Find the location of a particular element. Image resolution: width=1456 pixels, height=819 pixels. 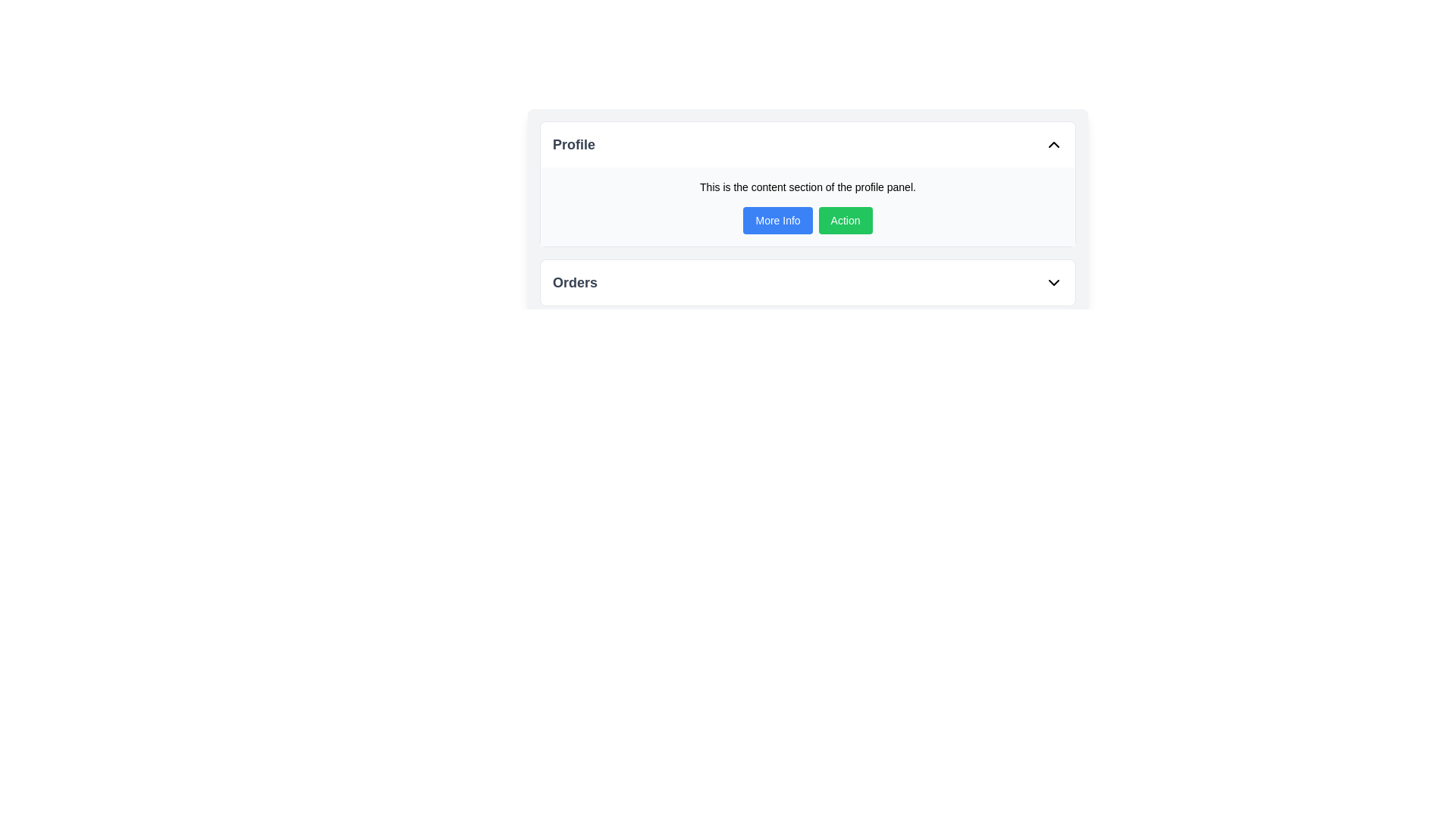

the descriptive text block in the 'Profile' section which provides information related to the section and is located above the 'More Info' and 'Action' buttons is located at coordinates (807, 186).